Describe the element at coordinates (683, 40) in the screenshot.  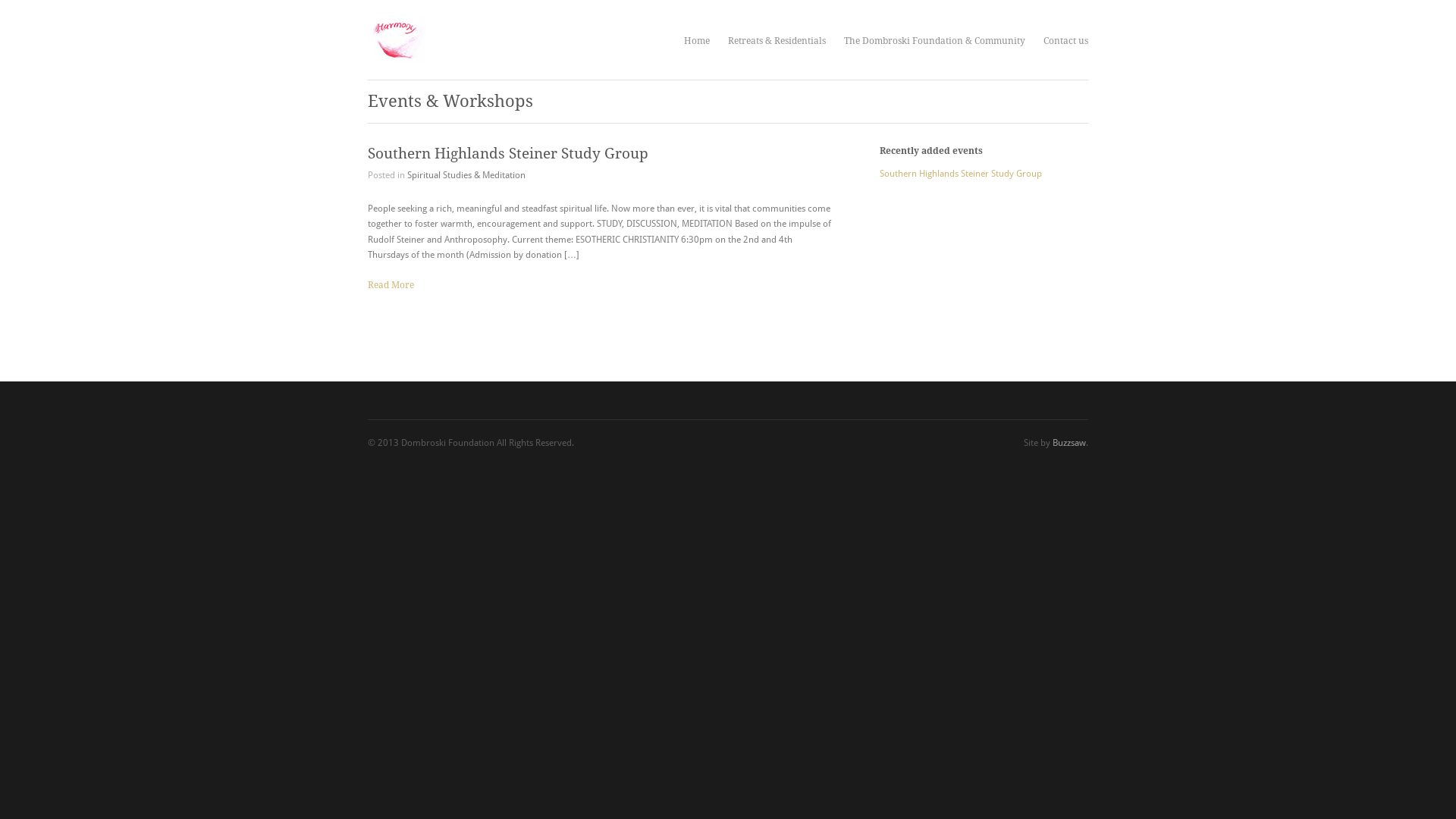
I see `'Home'` at that location.